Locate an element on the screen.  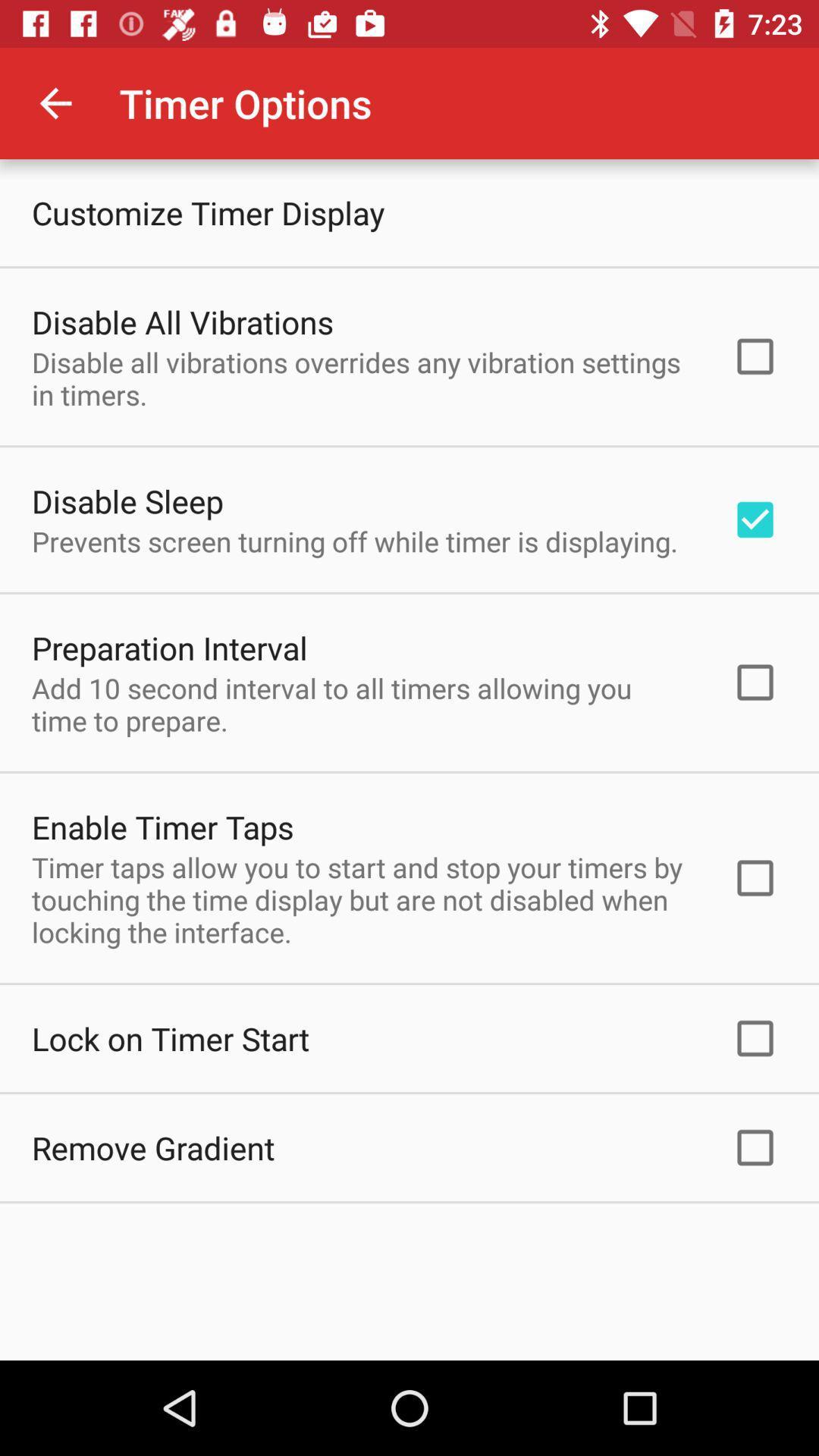
app next to timer options item is located at coordinates (55, 102).